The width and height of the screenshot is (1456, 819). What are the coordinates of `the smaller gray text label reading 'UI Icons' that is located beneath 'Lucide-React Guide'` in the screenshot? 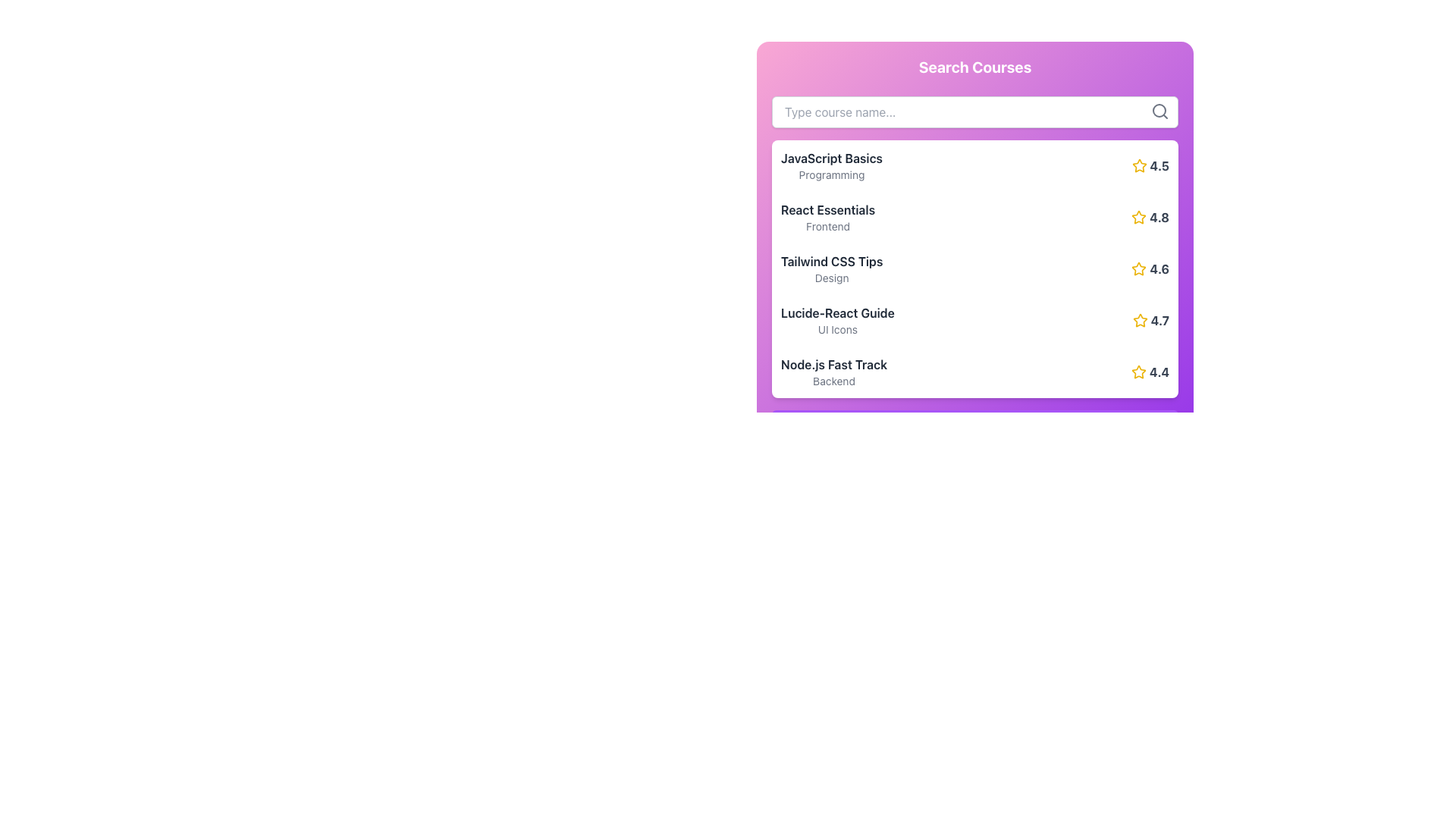 It's located at (836, 329).